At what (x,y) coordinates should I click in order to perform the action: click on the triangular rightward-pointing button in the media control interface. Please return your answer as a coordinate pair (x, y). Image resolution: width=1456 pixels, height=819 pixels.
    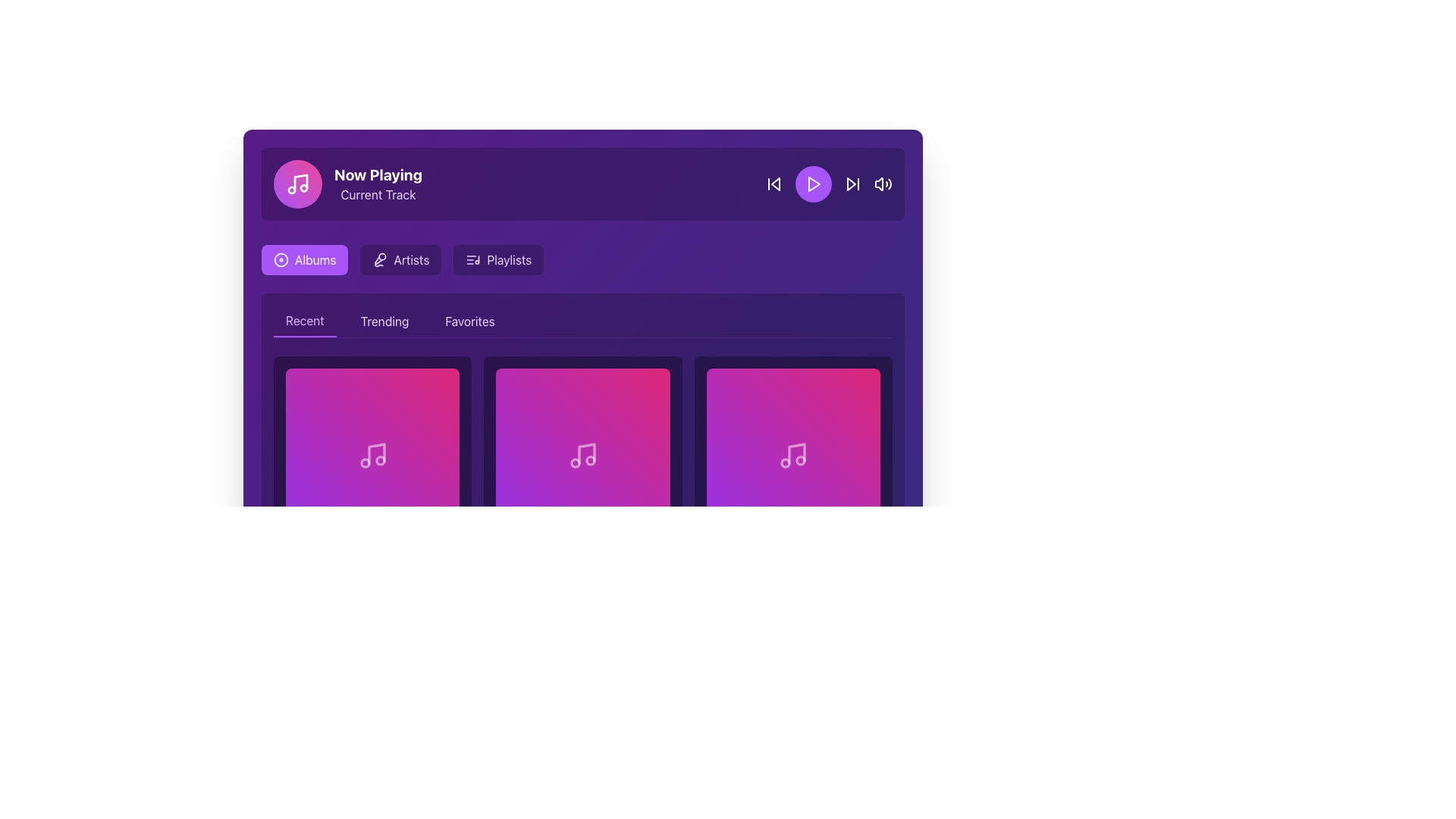
    Looking at the image, I should click on (852, 184).